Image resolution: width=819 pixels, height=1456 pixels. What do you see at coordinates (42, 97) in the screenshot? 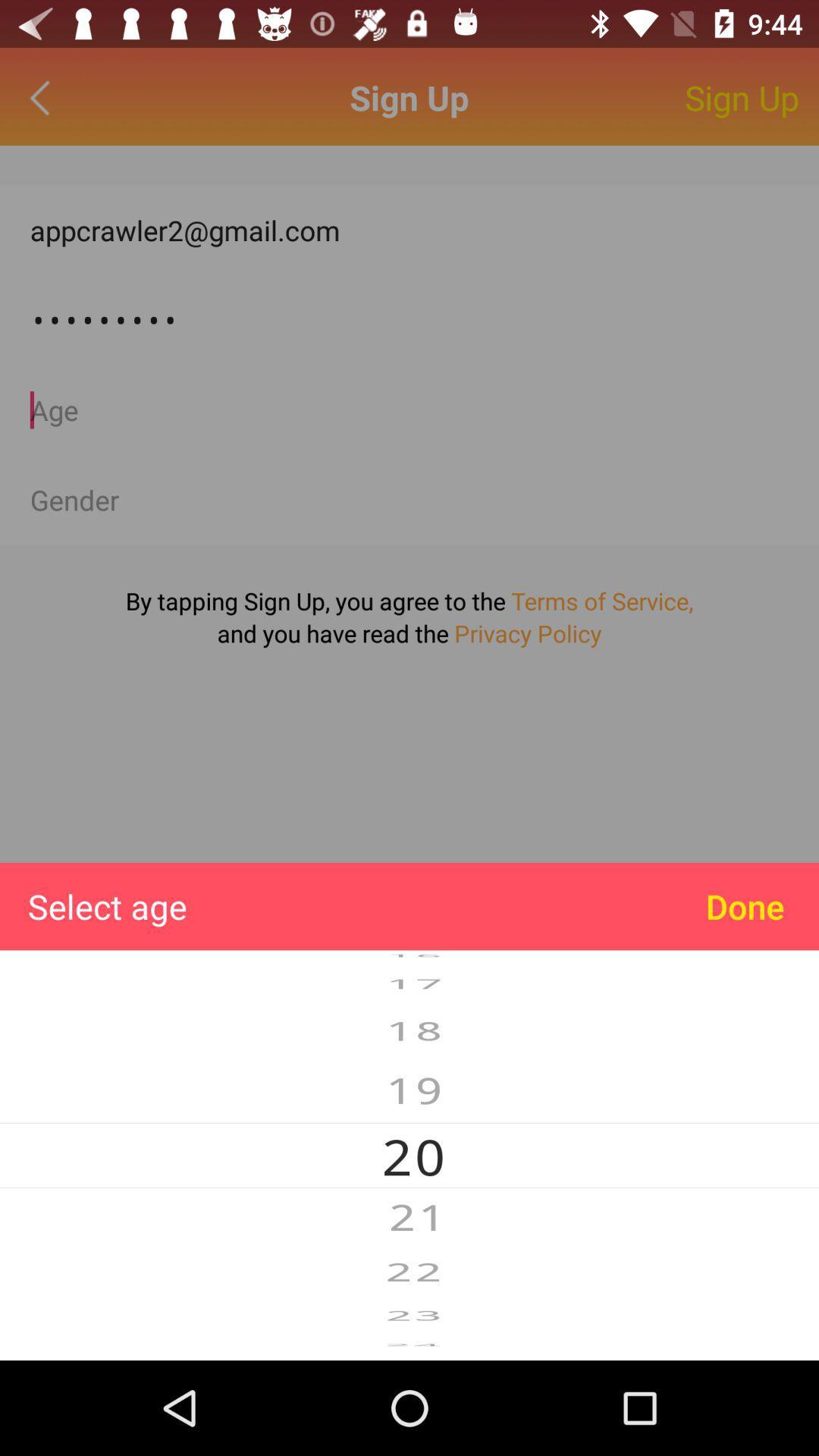
I see `previous` at bounding box center [42, 97].